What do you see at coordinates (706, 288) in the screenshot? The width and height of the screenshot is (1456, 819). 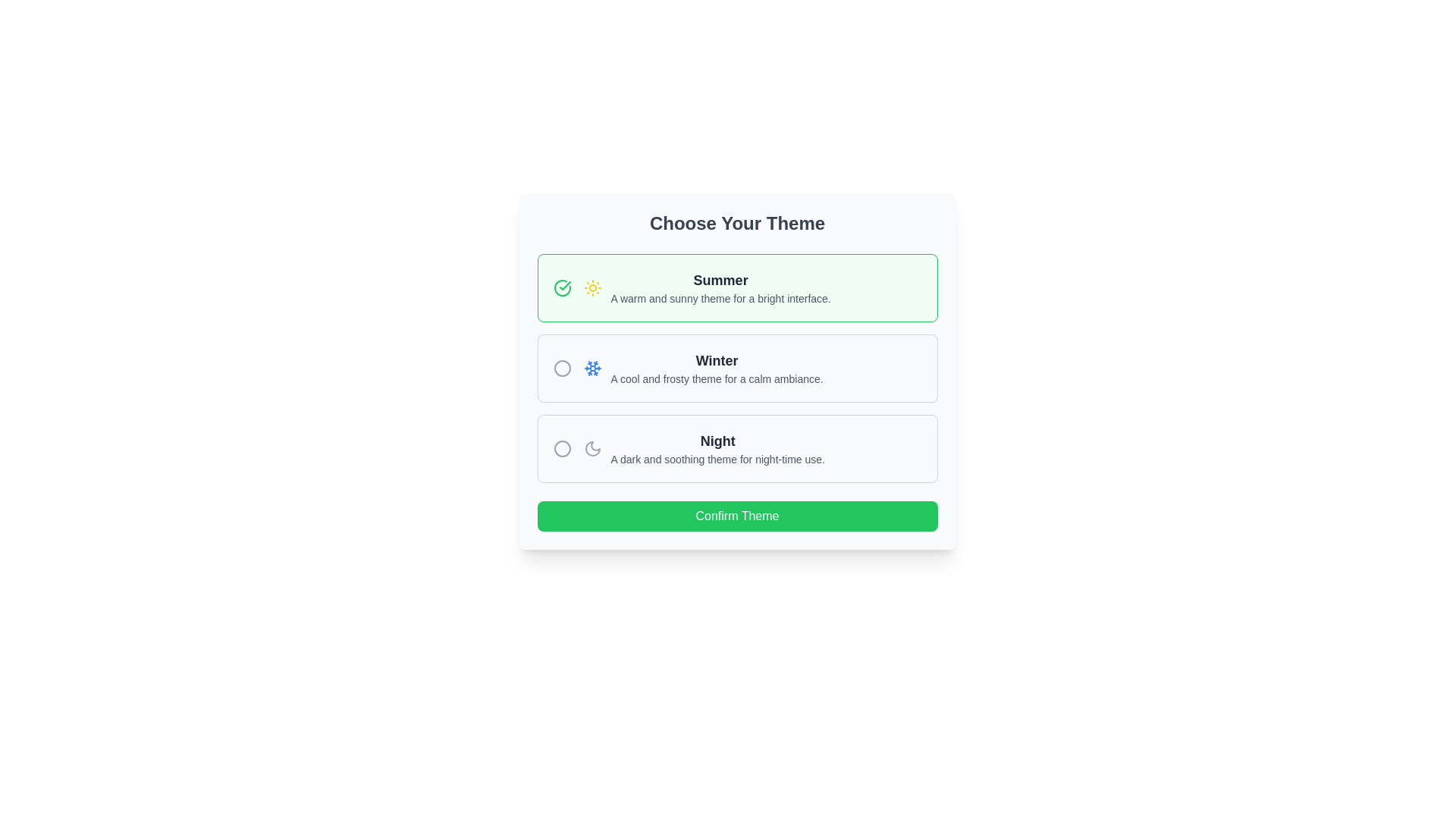 I see `text in the descriptive option for the 'Summer' theme located in the selectable card with a green border, positioned just below the heading 'Choose Your Theme'` at bounding box center [706, 288].